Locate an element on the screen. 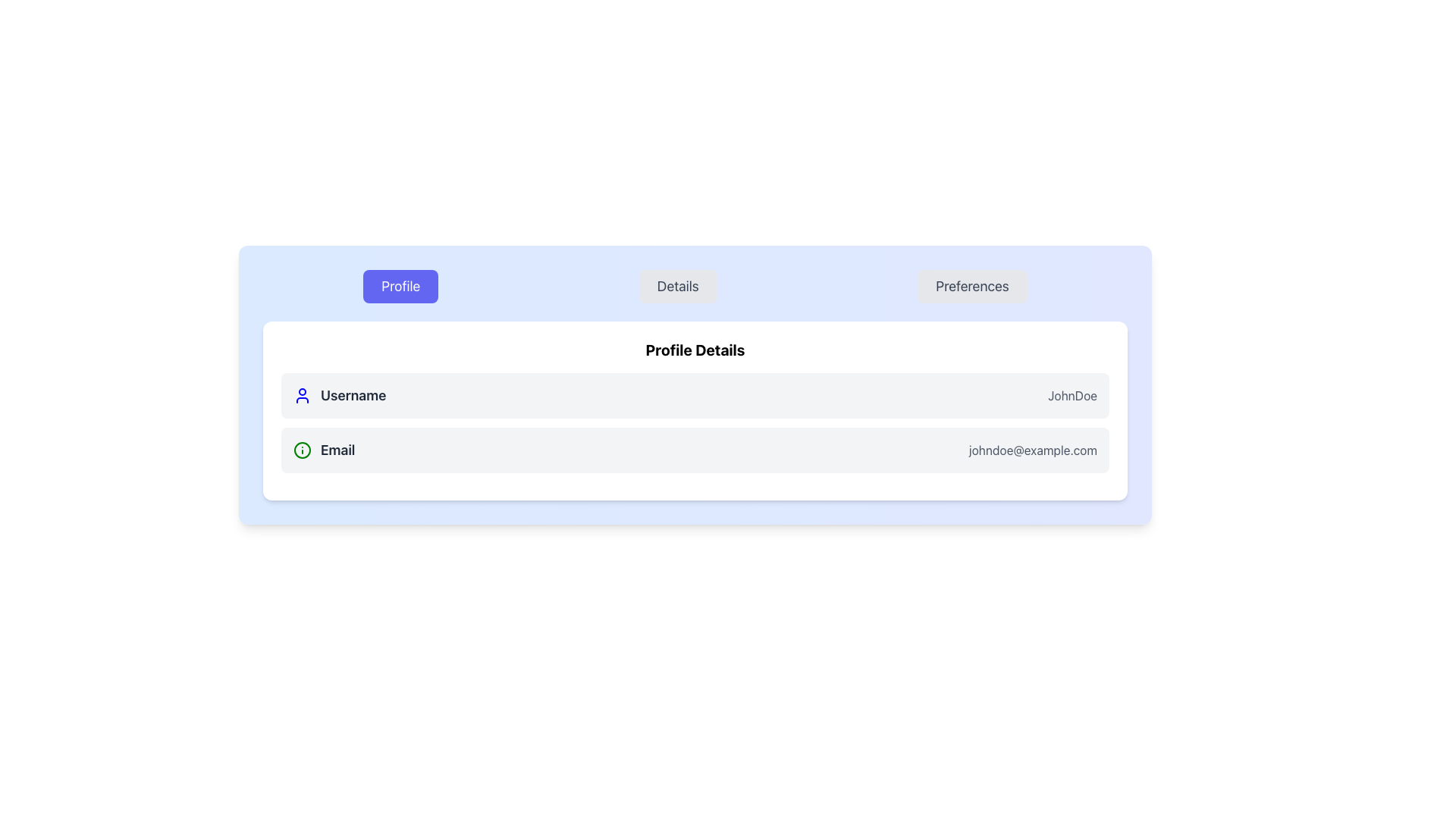  the navigation button that directs the user to the 'Preferences' section, located in the upper-right section of the interface is located at coordinates (972, 287).